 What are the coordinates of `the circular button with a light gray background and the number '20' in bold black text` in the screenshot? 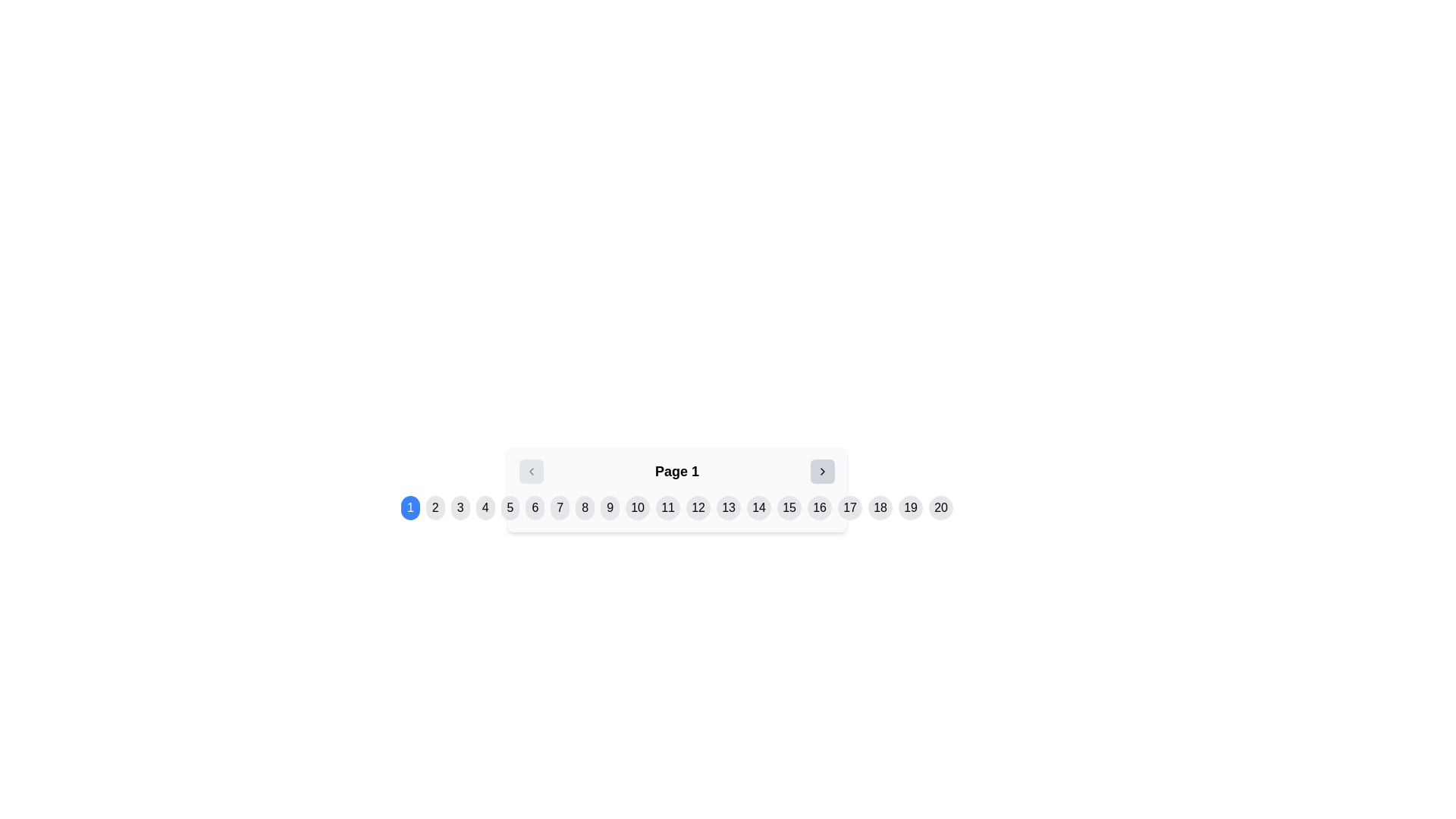 It's located at (940, 508).